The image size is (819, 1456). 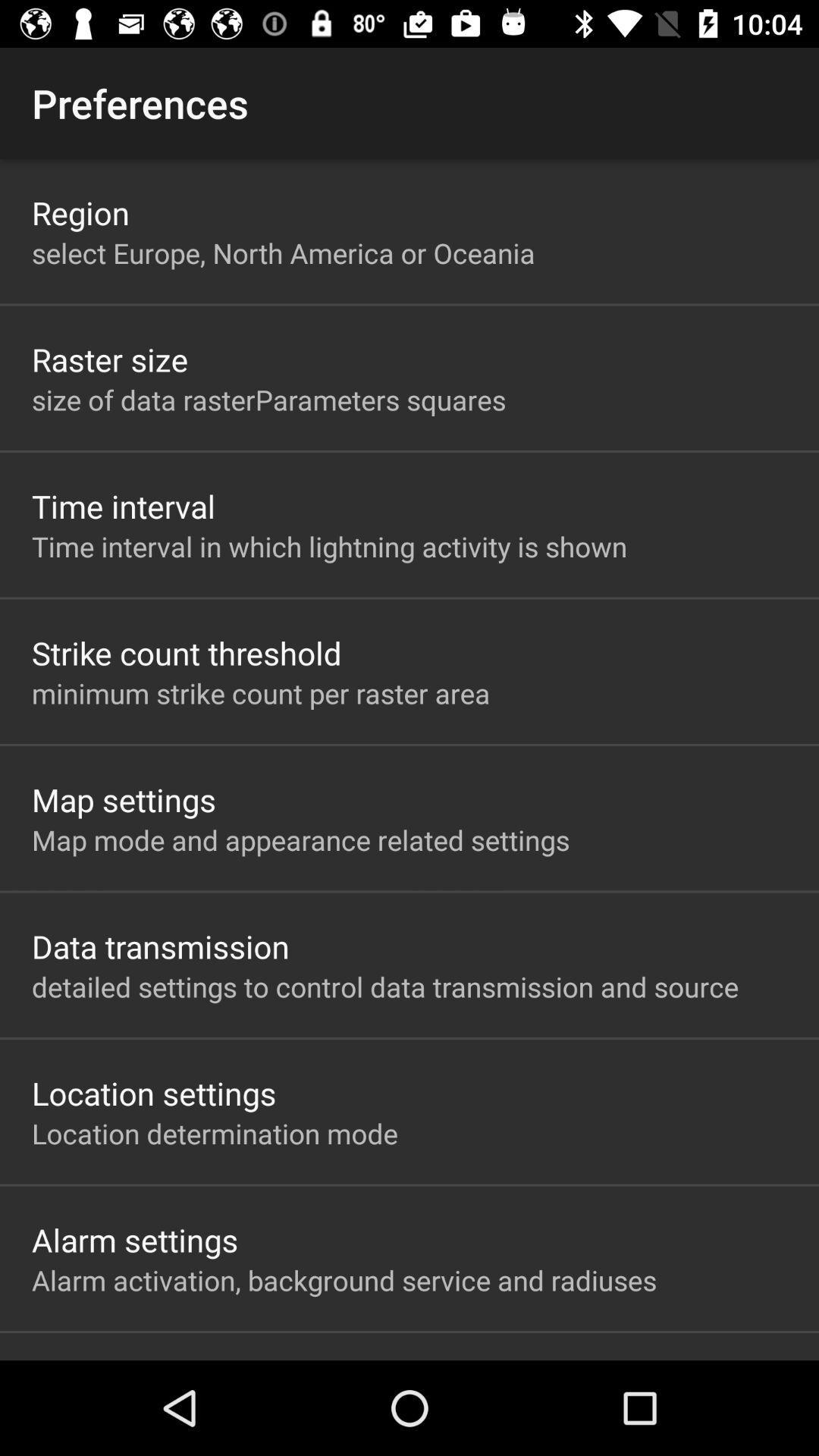 I want to click on the alarm activation background item, so click(x=344, y=1279).